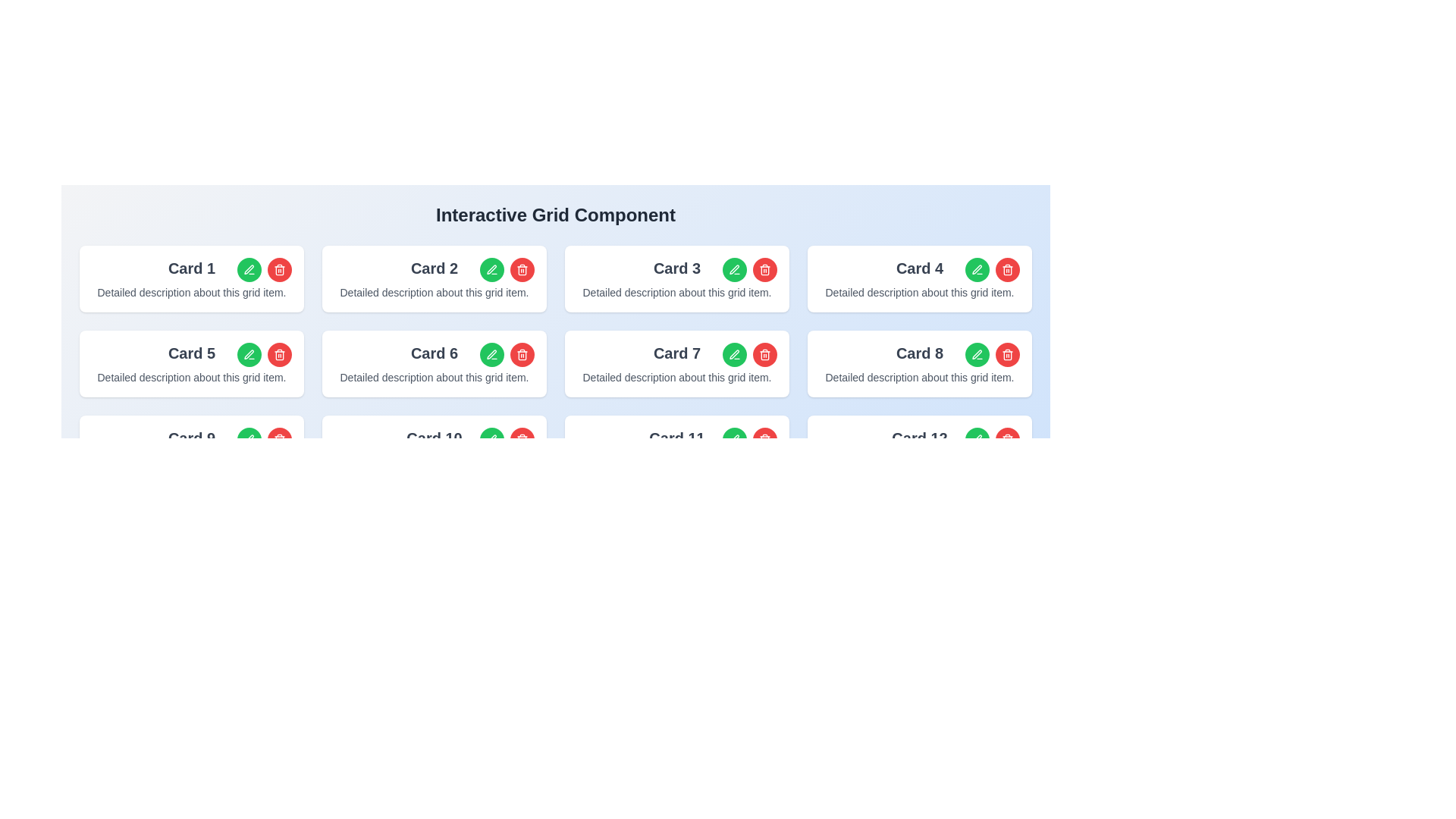  Describe the element at coordinates (280, 439) in the screenshot. I see `the delete button located at the top-right corner of 'Card 9'` at that location.